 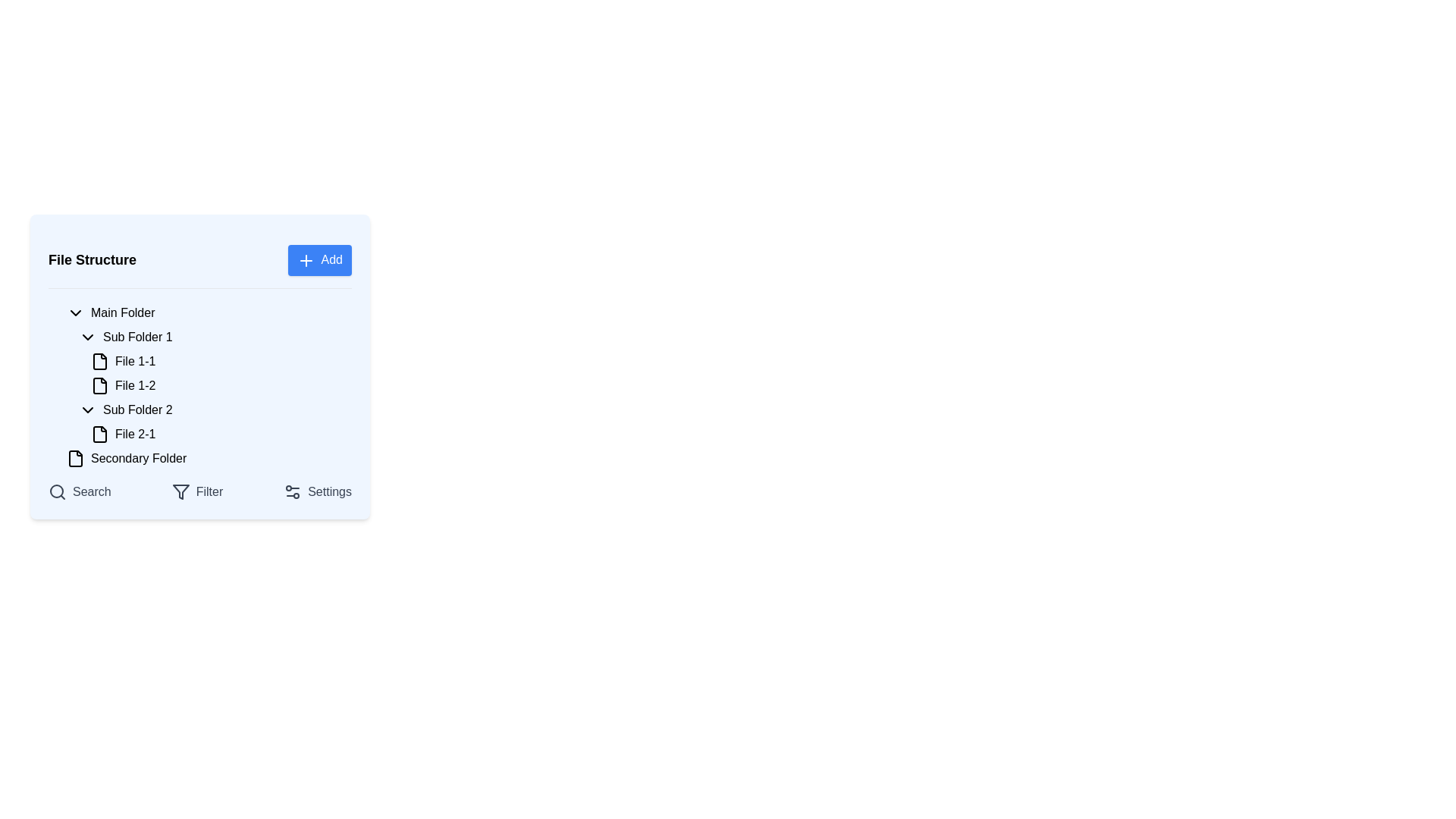 What do you see at coordinates (99, 433) in the screenshot?
I see `the file icon representing 'File 2-1', which is styled as an outline with a folded corner, located in the 'Sub Folder 2' section of the 'File Structure' hierarchy widget` at bounding box center [99, 433].